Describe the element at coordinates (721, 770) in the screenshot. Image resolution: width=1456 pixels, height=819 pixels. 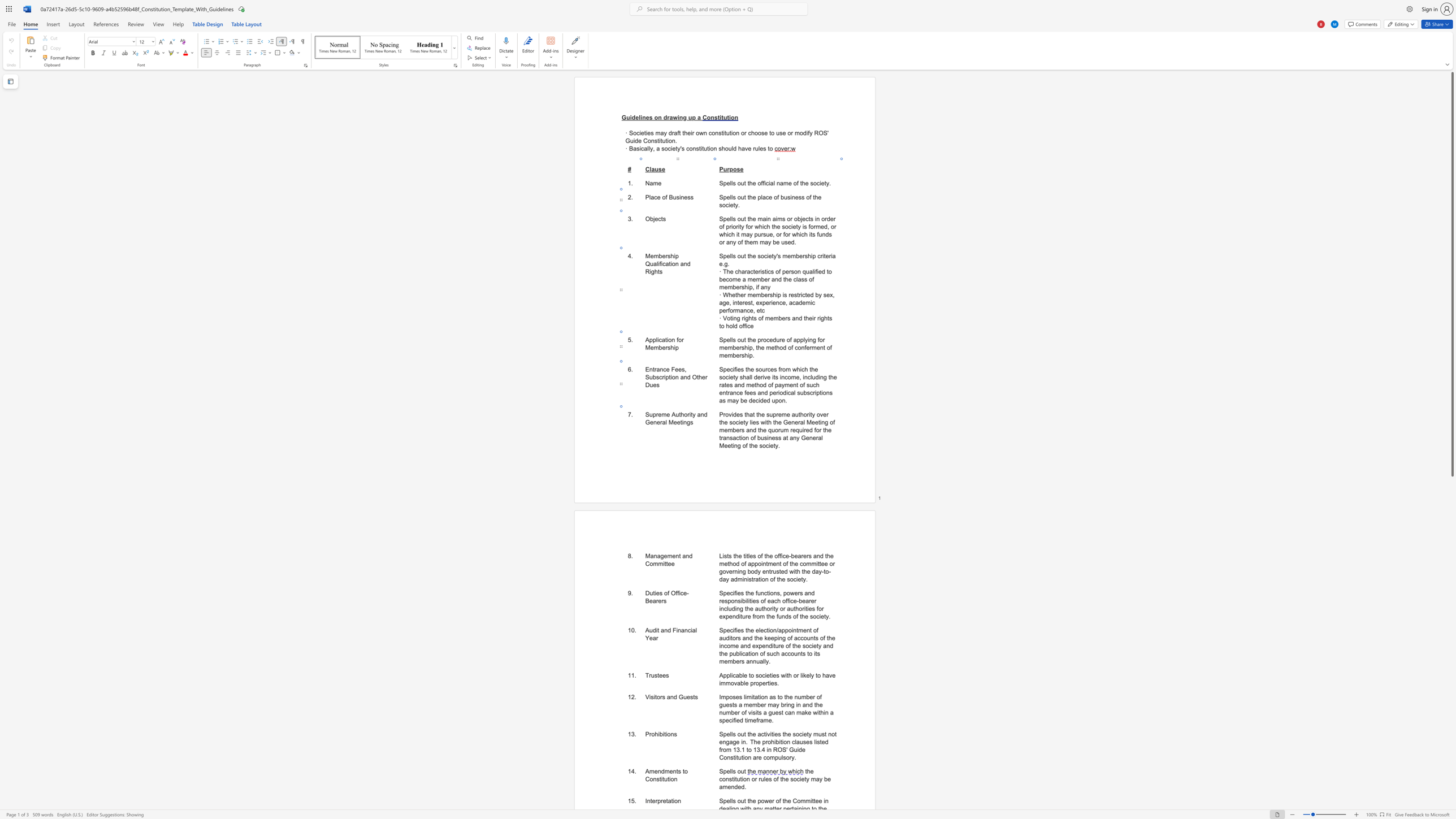
I see `the 1th character "S" in the text` at that location.